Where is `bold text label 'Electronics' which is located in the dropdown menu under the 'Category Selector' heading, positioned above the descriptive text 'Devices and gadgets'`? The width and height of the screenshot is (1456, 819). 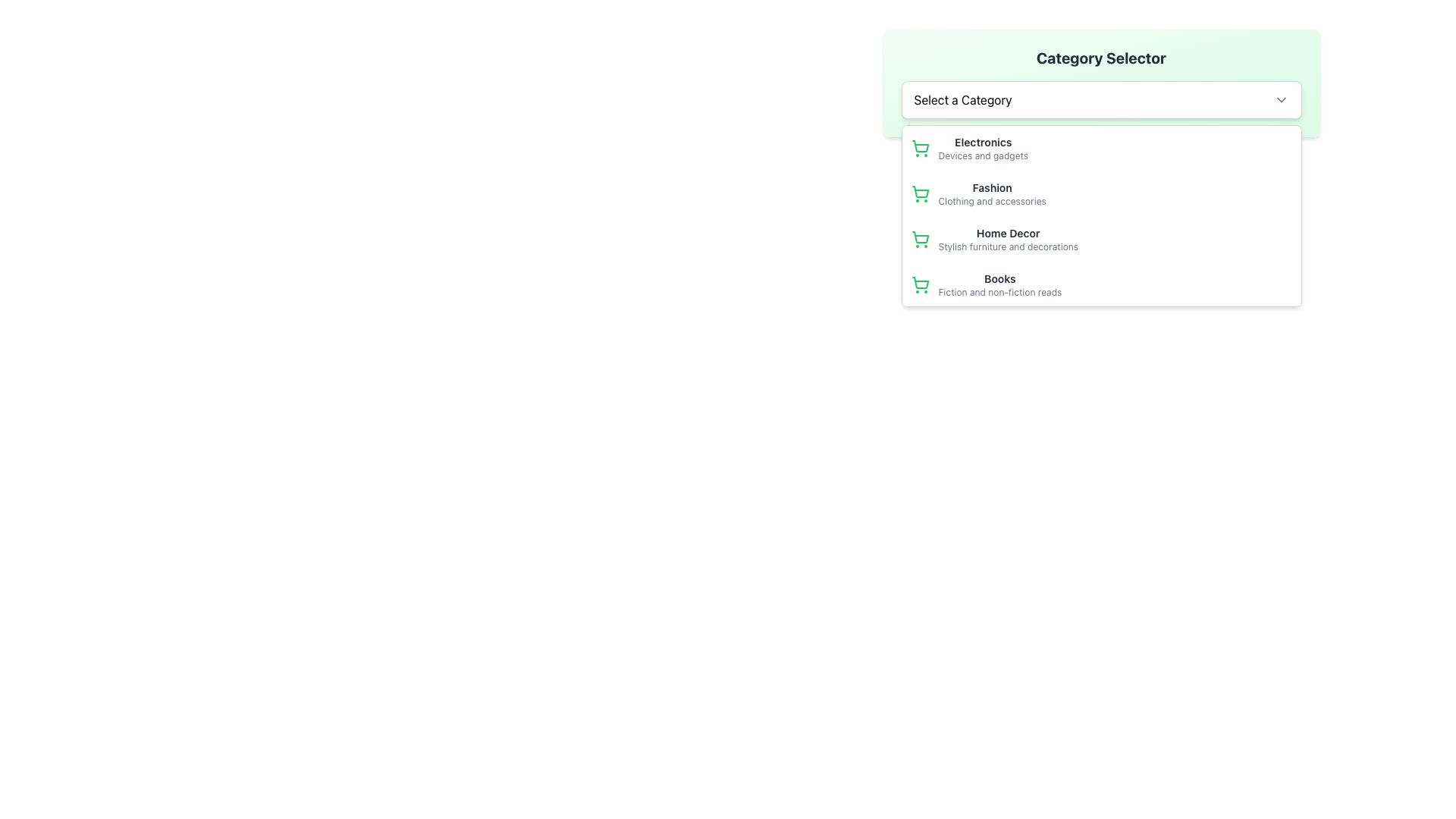 bold text label 'Electronics' which is located in the dropdown menu under the 'Category Selector' heading, positioned above the descriptive text 'Devices and gadgets' is located at coordinates (983, 143).